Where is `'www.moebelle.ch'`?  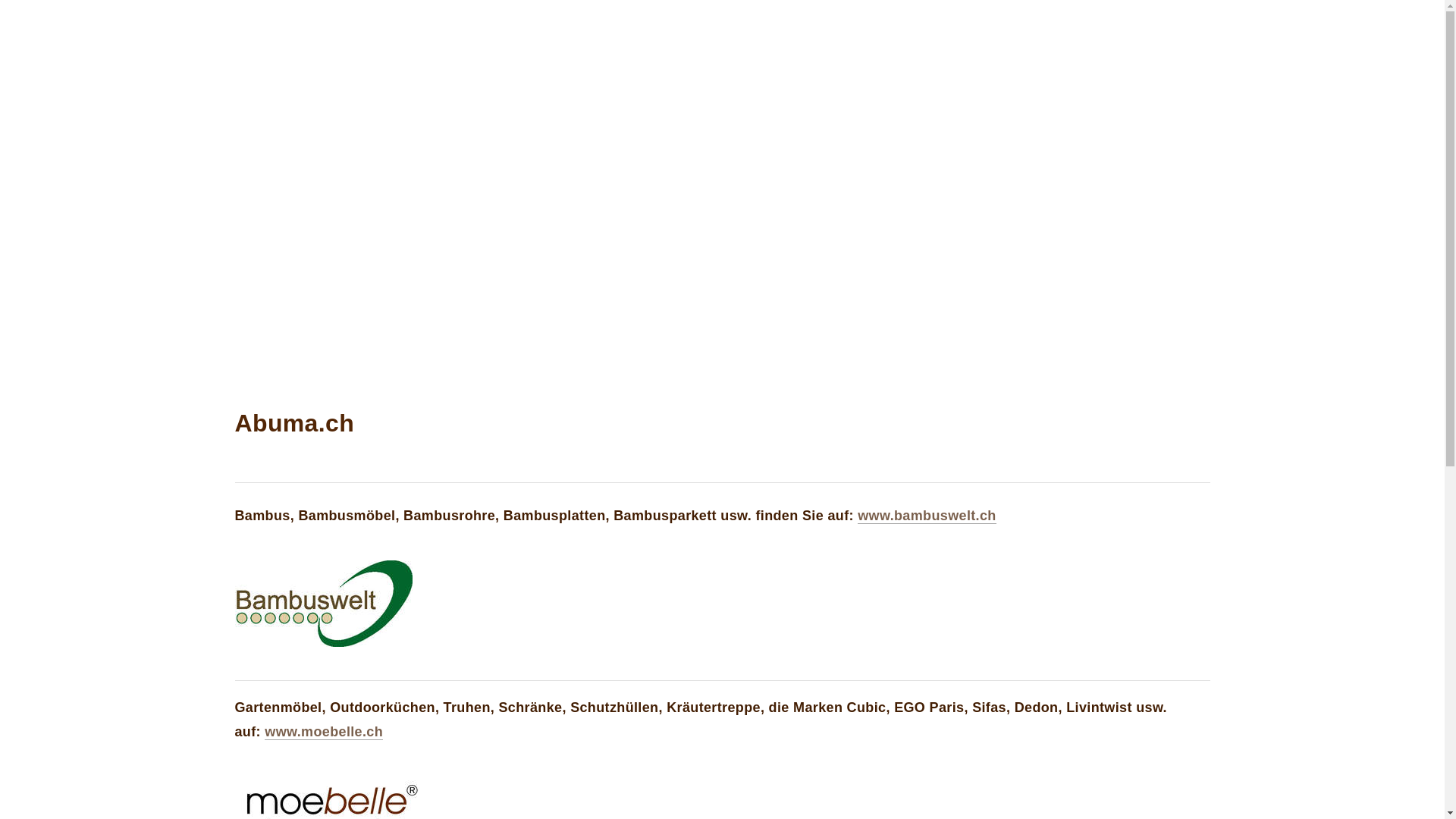
'www.moebelle.ch' is located at coordinates (323, 730).